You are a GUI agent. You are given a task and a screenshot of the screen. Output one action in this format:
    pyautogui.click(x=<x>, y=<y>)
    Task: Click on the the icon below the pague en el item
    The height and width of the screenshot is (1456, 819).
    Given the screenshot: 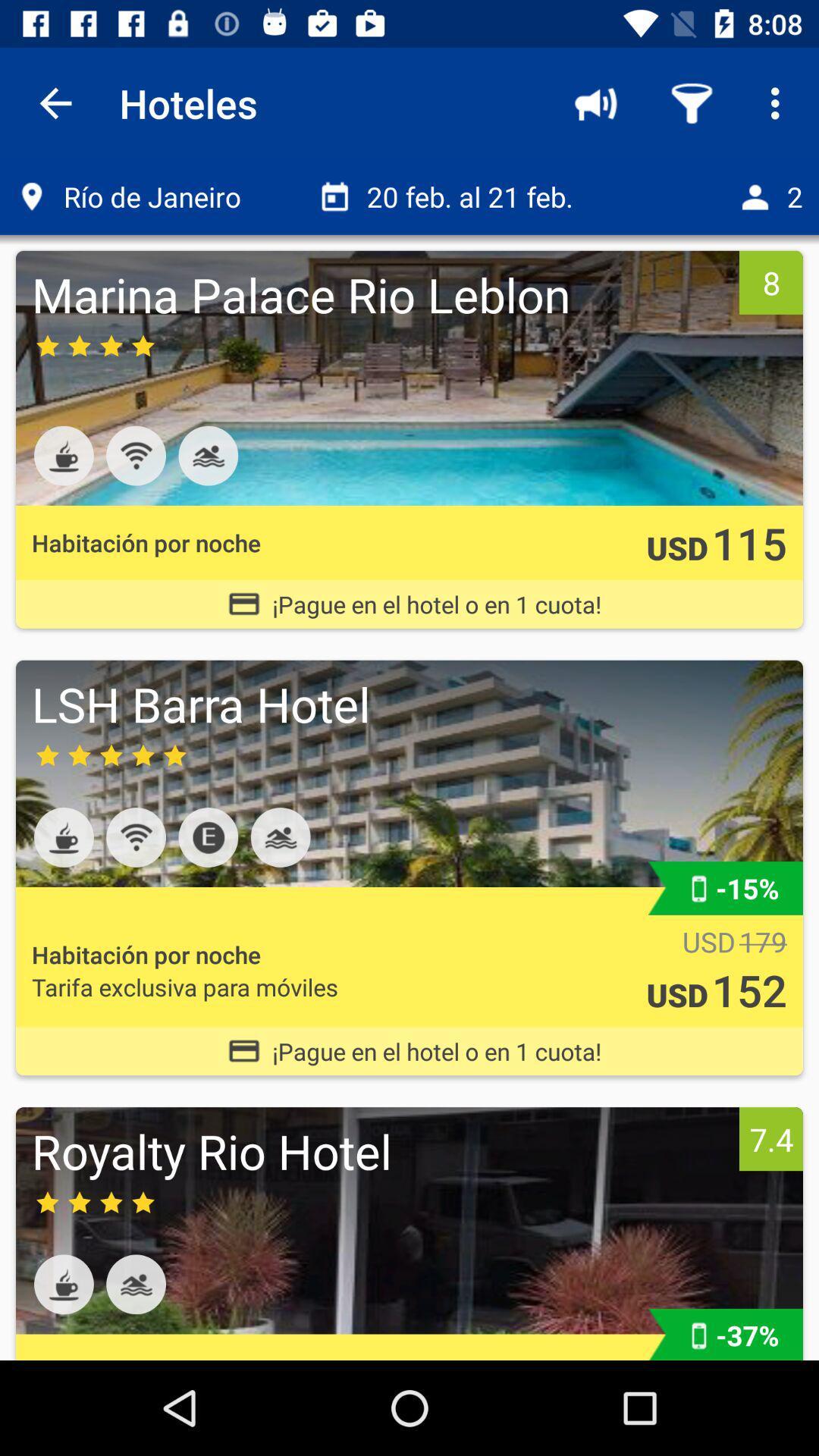 What is the action you would take?
    pyautogui.click(x=381, y=1150)
    